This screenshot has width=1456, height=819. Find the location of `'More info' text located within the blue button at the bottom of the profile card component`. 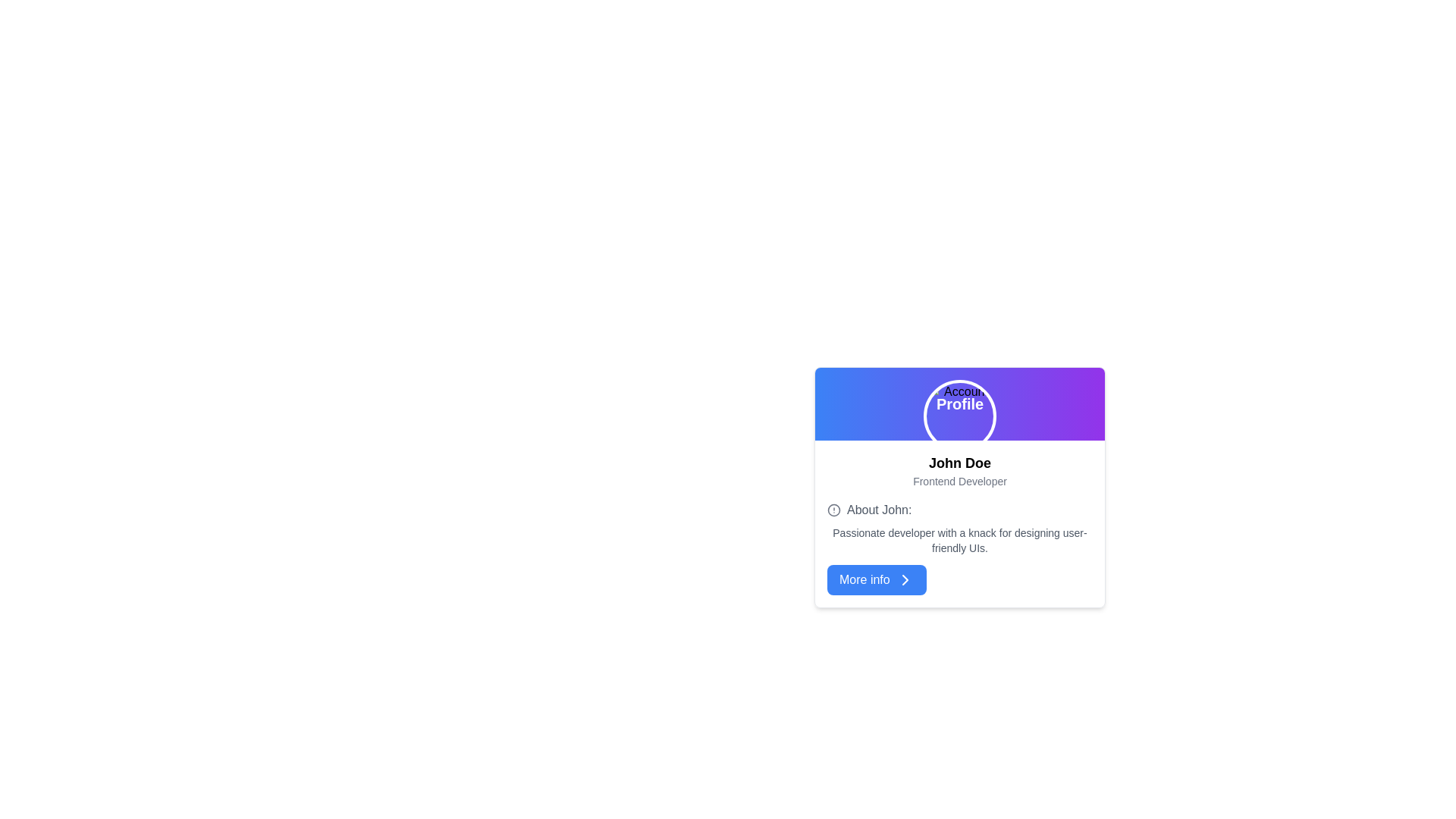

'More info' text located within the blue button at the bottom of the profile card component is located at coordinates (864, 579).